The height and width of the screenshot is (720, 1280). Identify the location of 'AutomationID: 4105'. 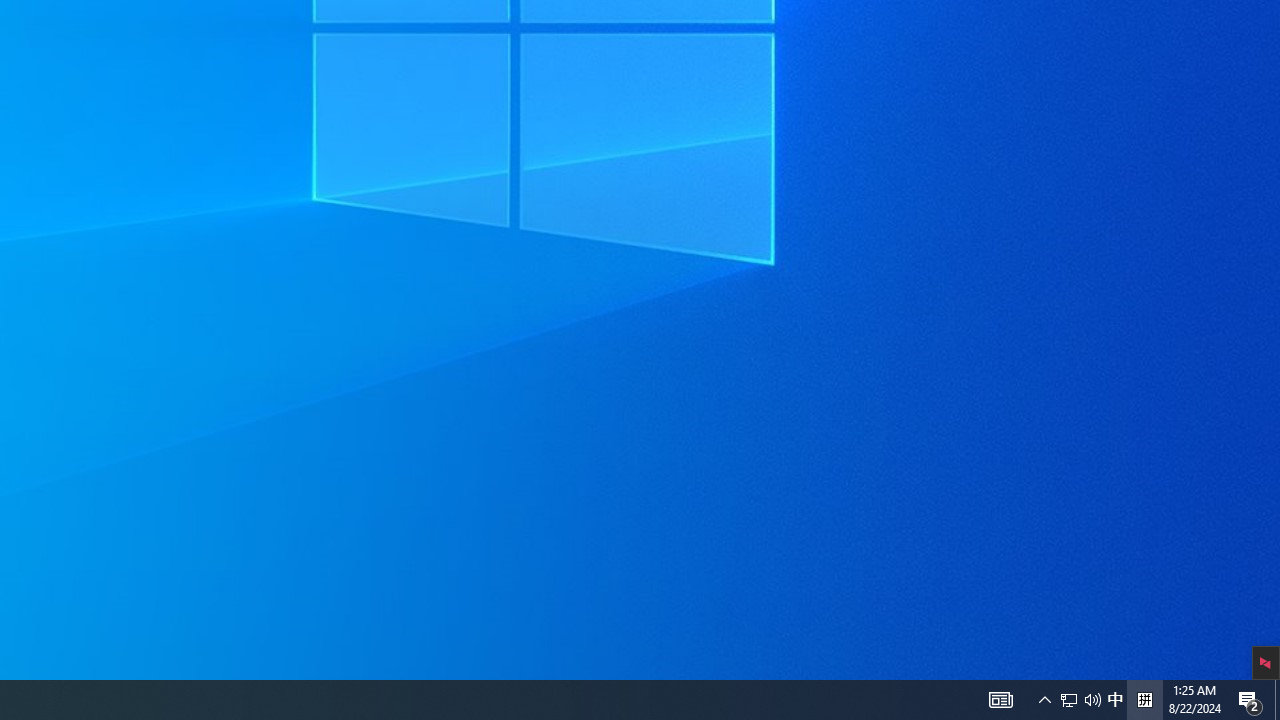
(1000, 698).